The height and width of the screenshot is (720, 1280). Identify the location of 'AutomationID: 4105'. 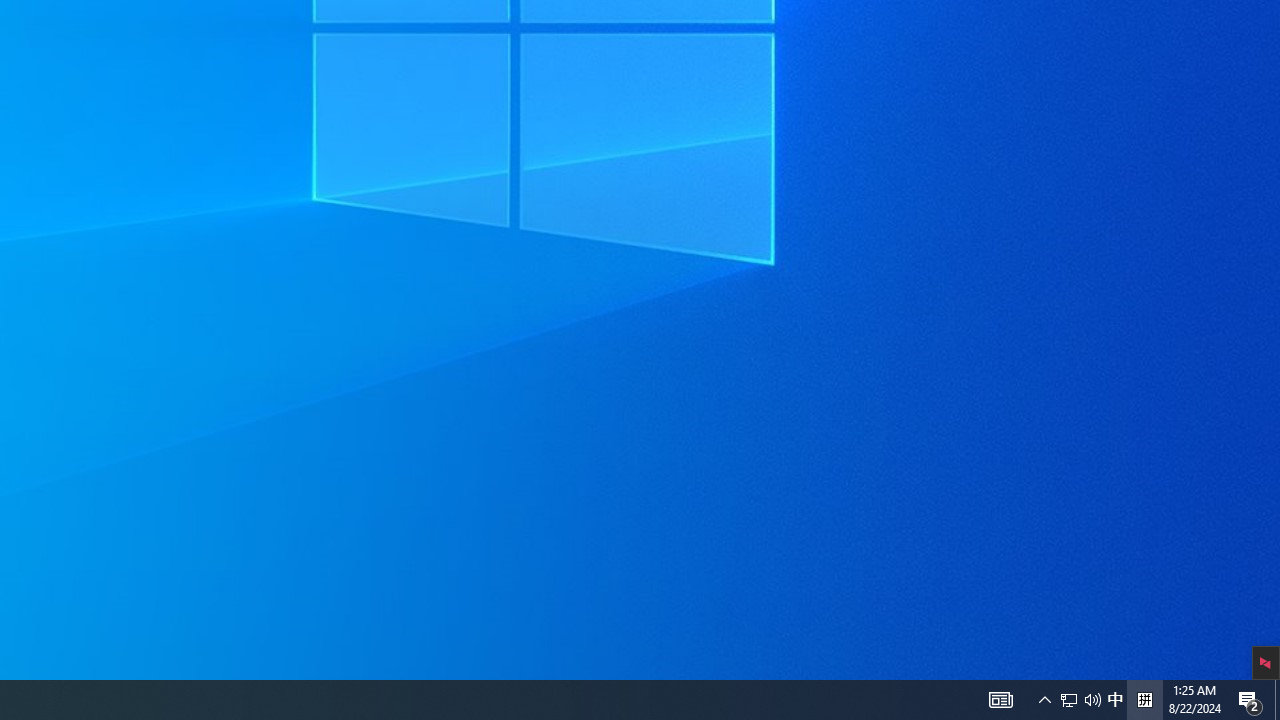
(1000, 698).